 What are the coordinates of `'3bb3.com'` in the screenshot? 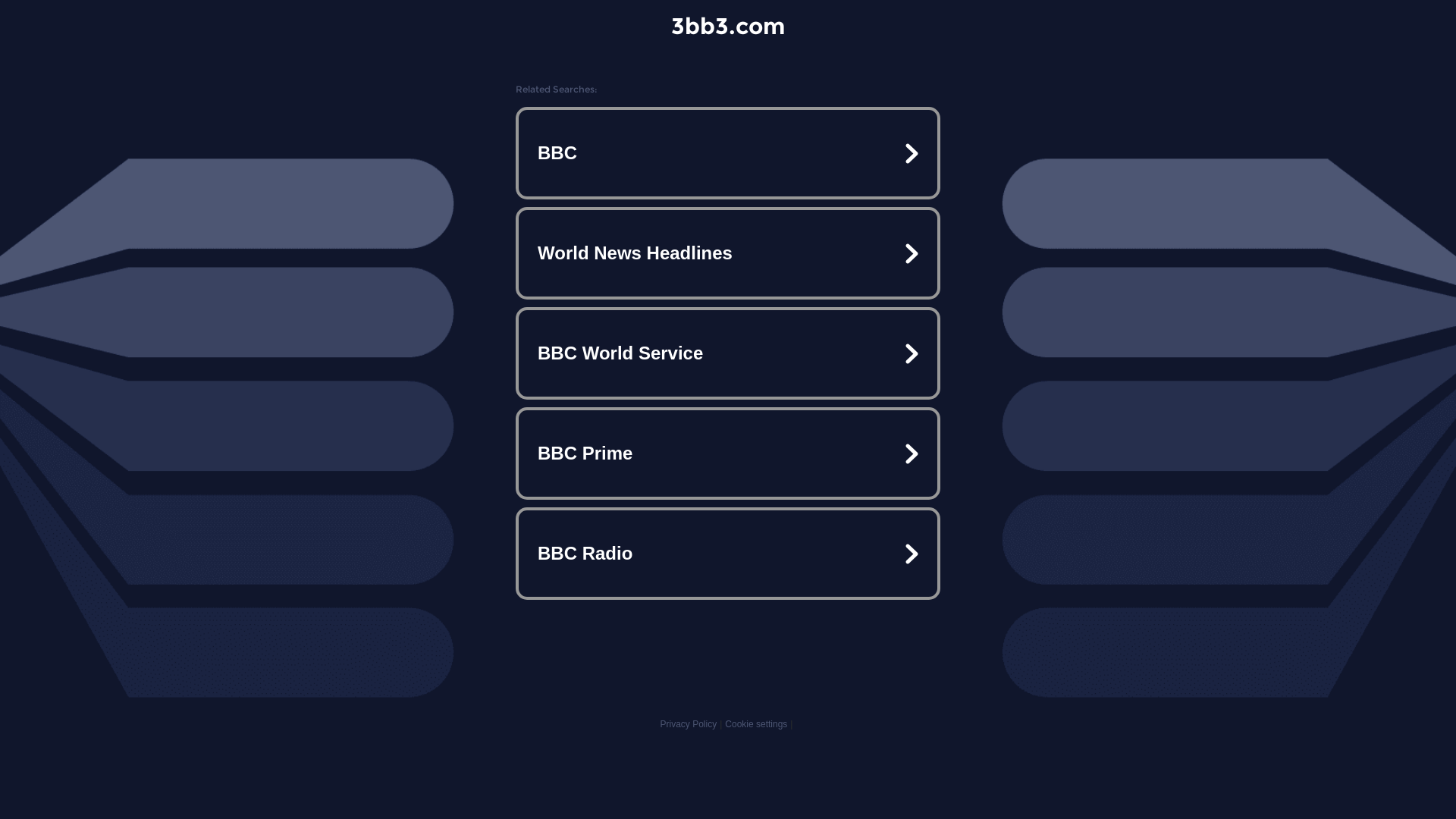 It's located at (728, 26).